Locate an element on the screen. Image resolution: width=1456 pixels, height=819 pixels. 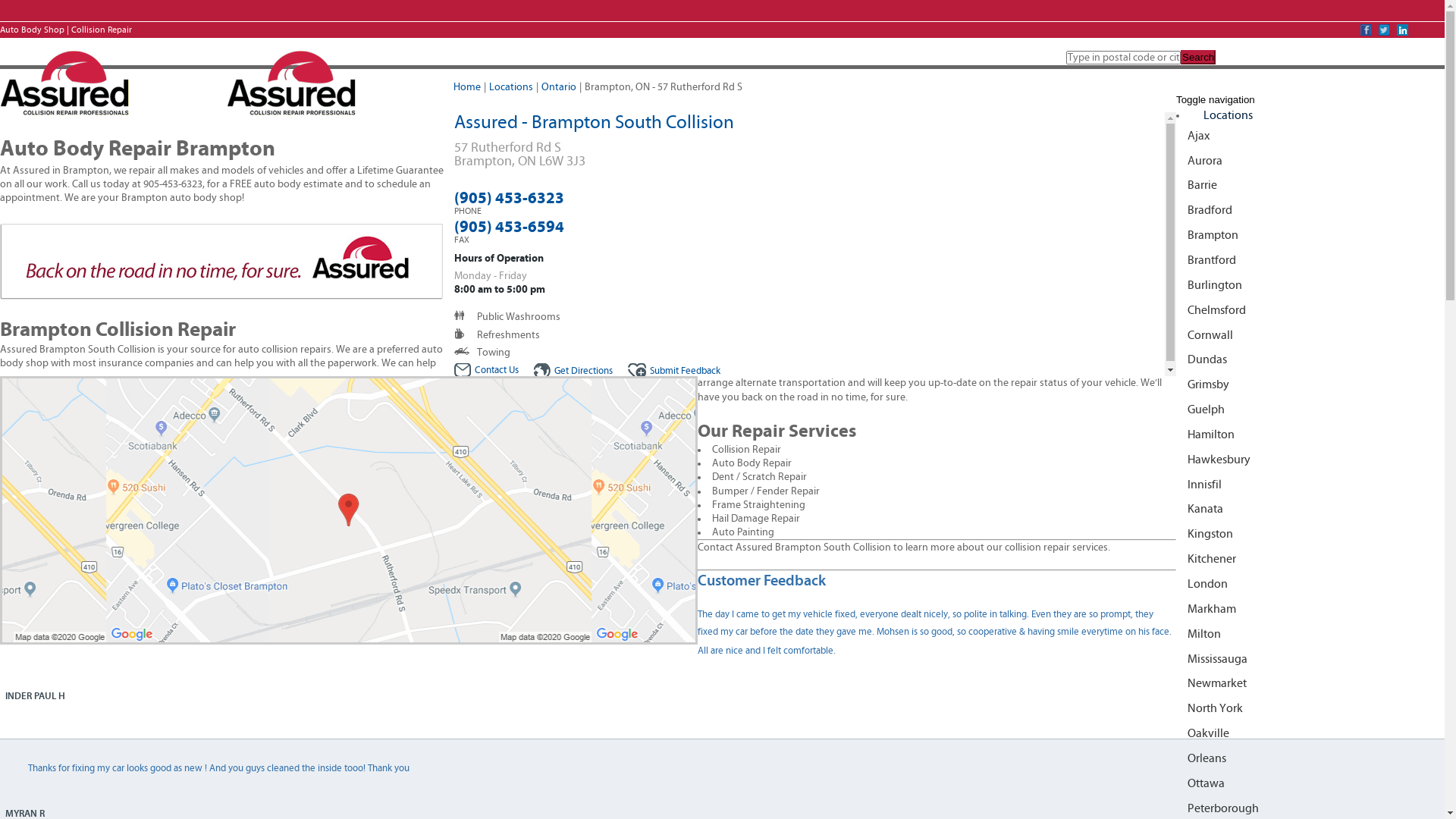
'(905) 453-6594' is located at coordinates (508, 227).